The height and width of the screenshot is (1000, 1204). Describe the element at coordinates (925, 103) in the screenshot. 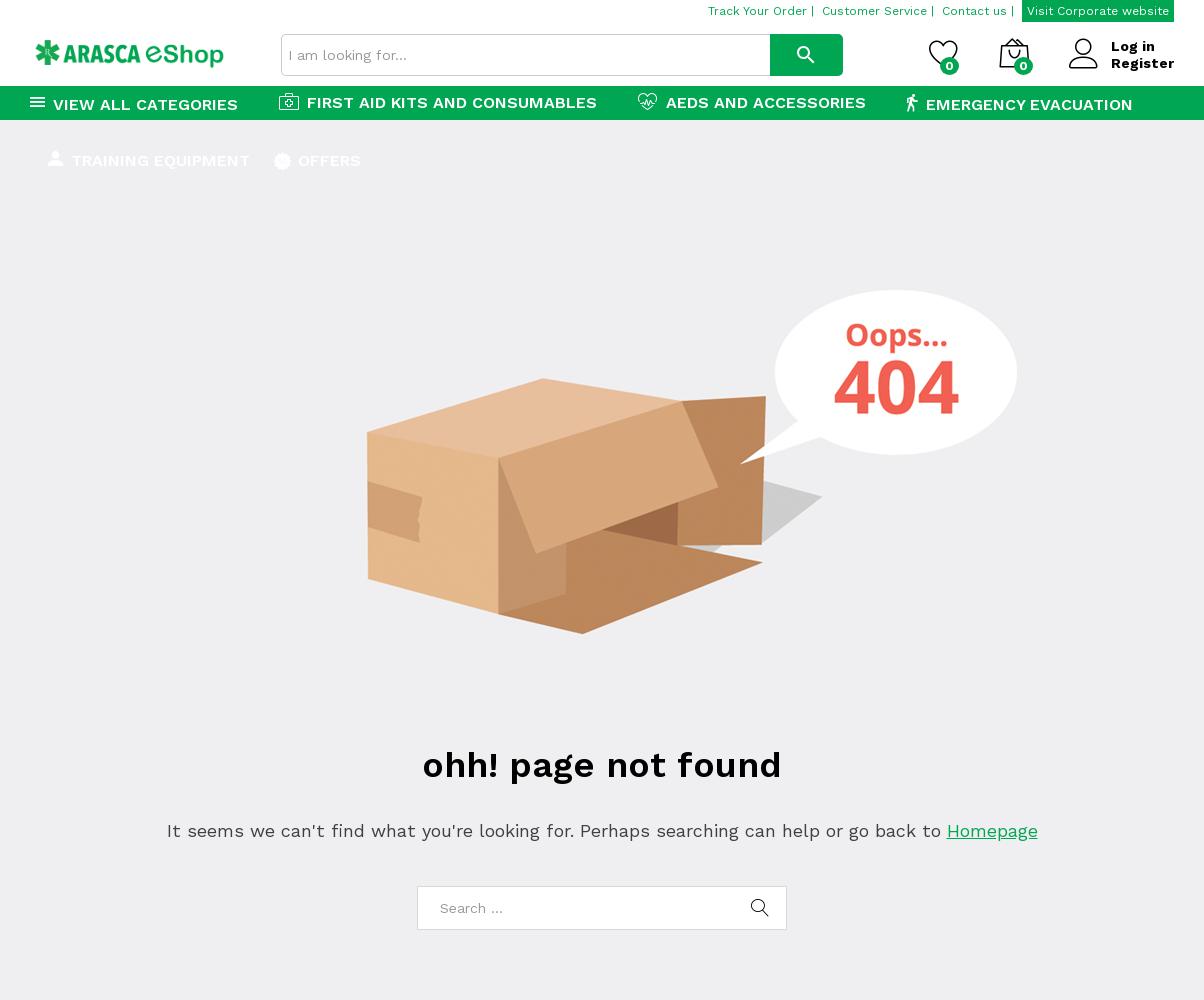

I see `'Emergency Evacuation'` at that location.